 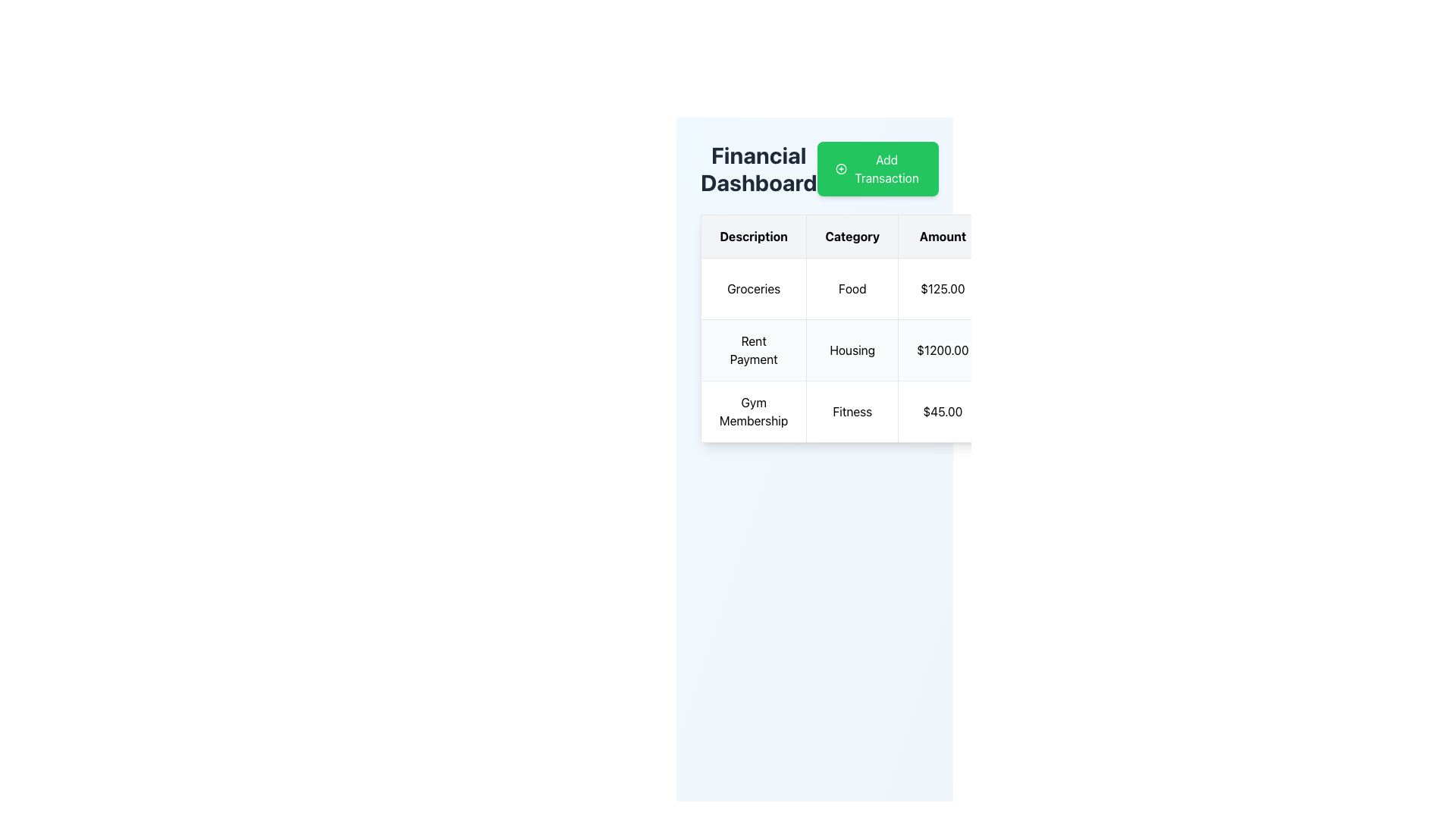 What do you see at coordinates (852, 289) in the screenshot?
I see `the 'Category' table cell, which is the second column of the first row in the data table below the 'Financial Dashboard' title and 'Add Transaction' button, to interact with adjacent elements in the table` at bounding box center [852, 289].